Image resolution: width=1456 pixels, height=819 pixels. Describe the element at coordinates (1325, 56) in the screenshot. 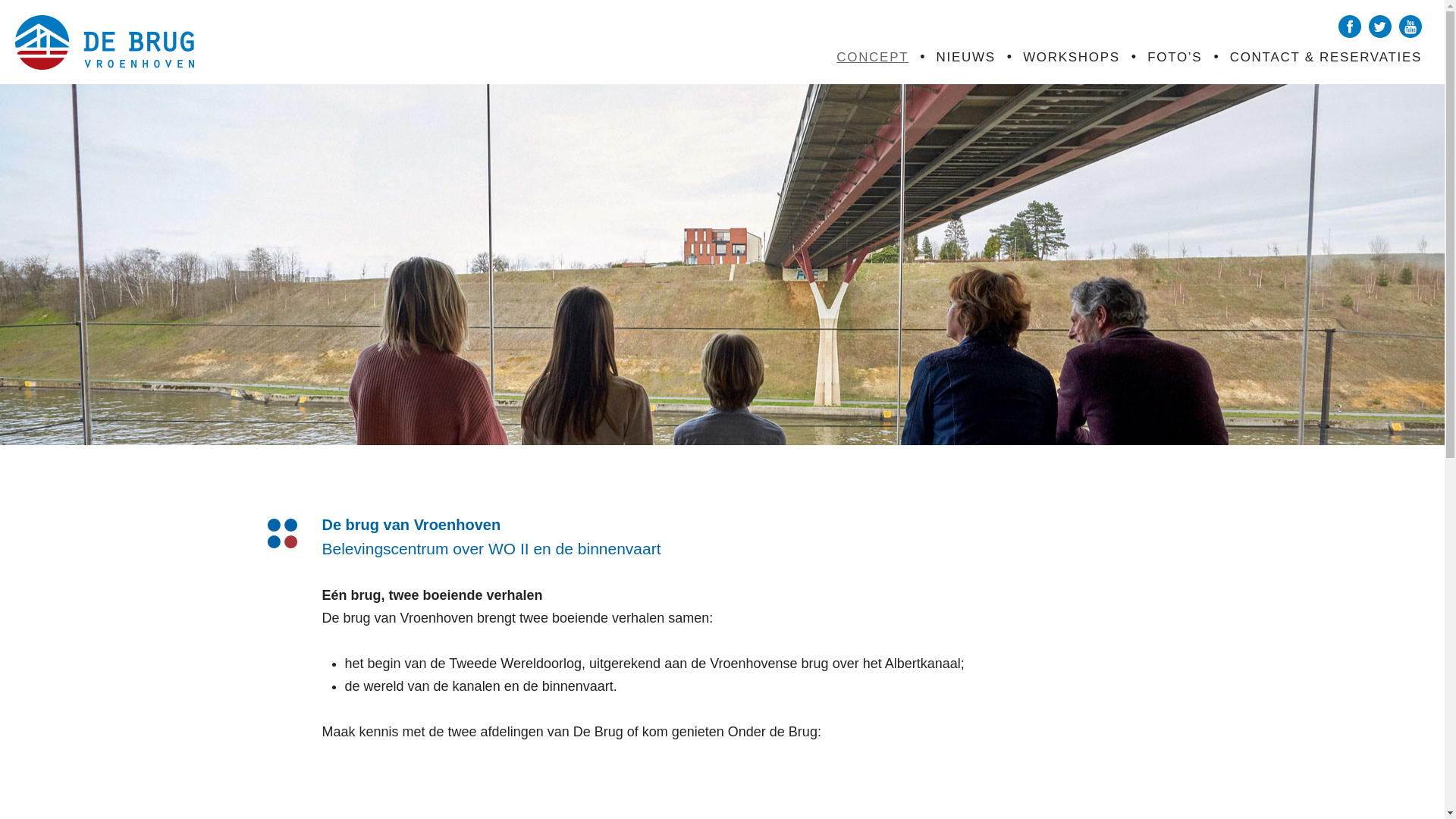

I see `'CONTACT & RESERVATIES'` at that location.